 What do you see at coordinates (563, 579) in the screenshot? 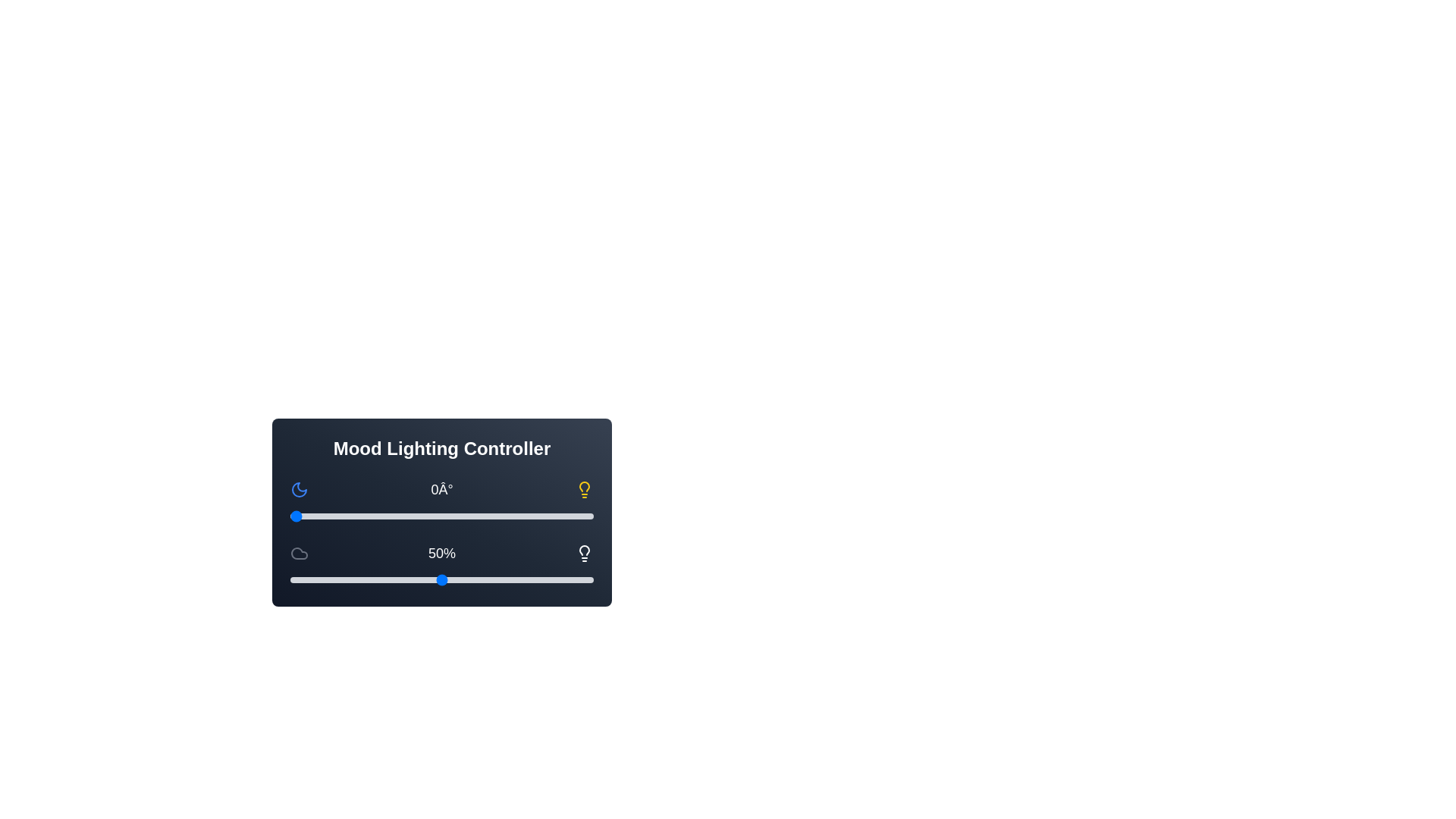
I see `the light intensity to 90% by adjusting the slider` at bounding box center [563, 579].